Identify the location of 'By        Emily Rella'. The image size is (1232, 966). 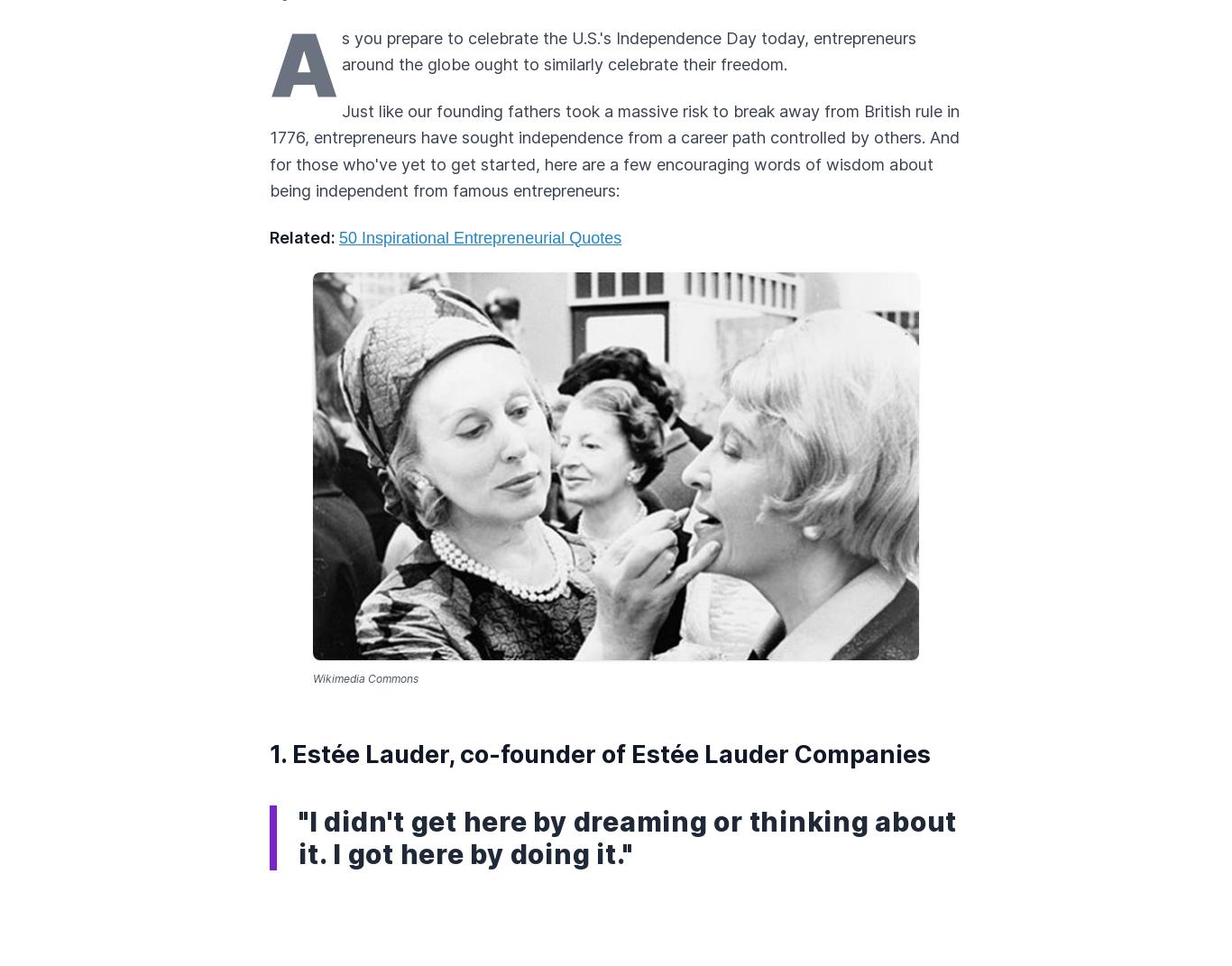
(363, 634).